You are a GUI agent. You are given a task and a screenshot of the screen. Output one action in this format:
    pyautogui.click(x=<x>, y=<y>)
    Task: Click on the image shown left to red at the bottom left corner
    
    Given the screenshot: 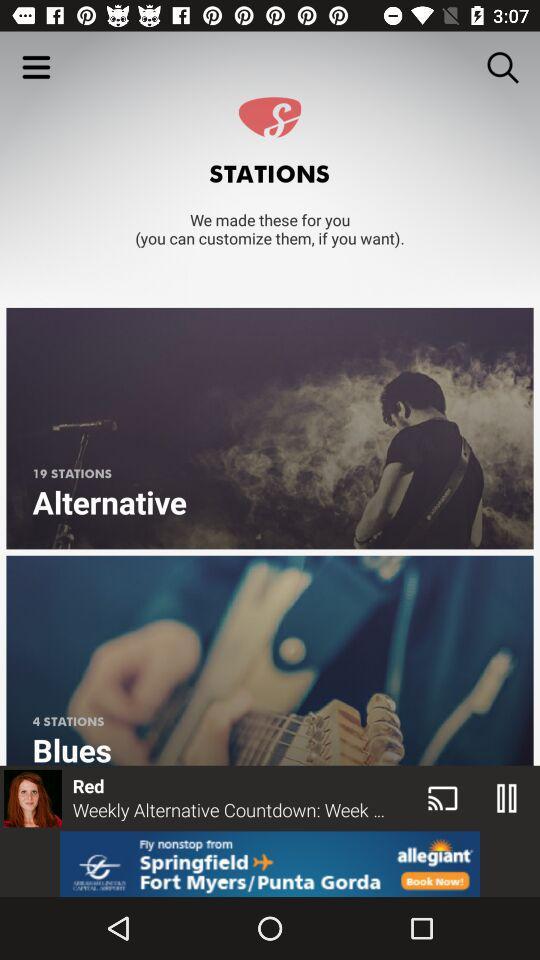 What is the action you would take?
    pyautogui.click(x=31, y=798)
    